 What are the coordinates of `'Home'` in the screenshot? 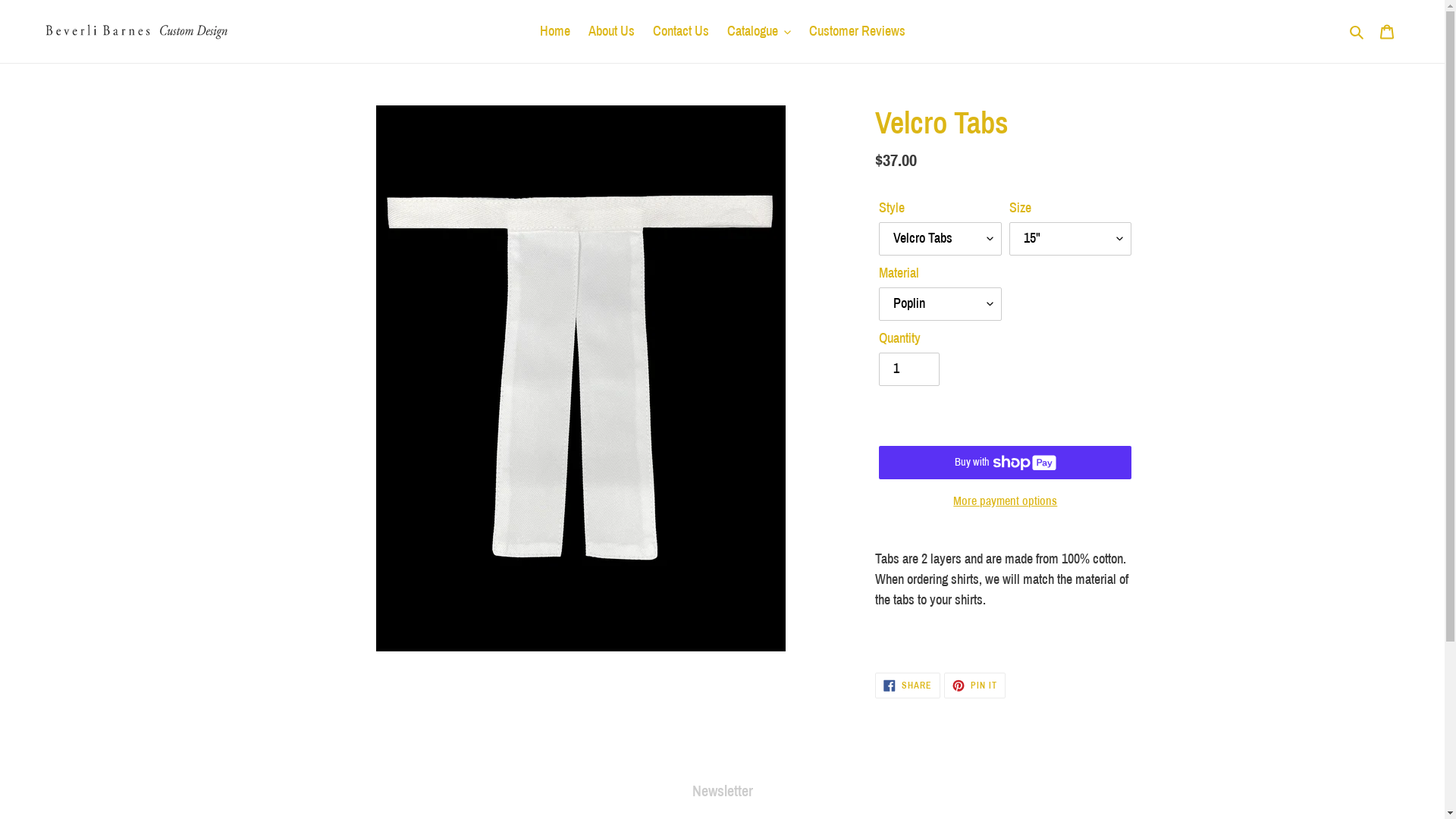 It's located at (532, 31).